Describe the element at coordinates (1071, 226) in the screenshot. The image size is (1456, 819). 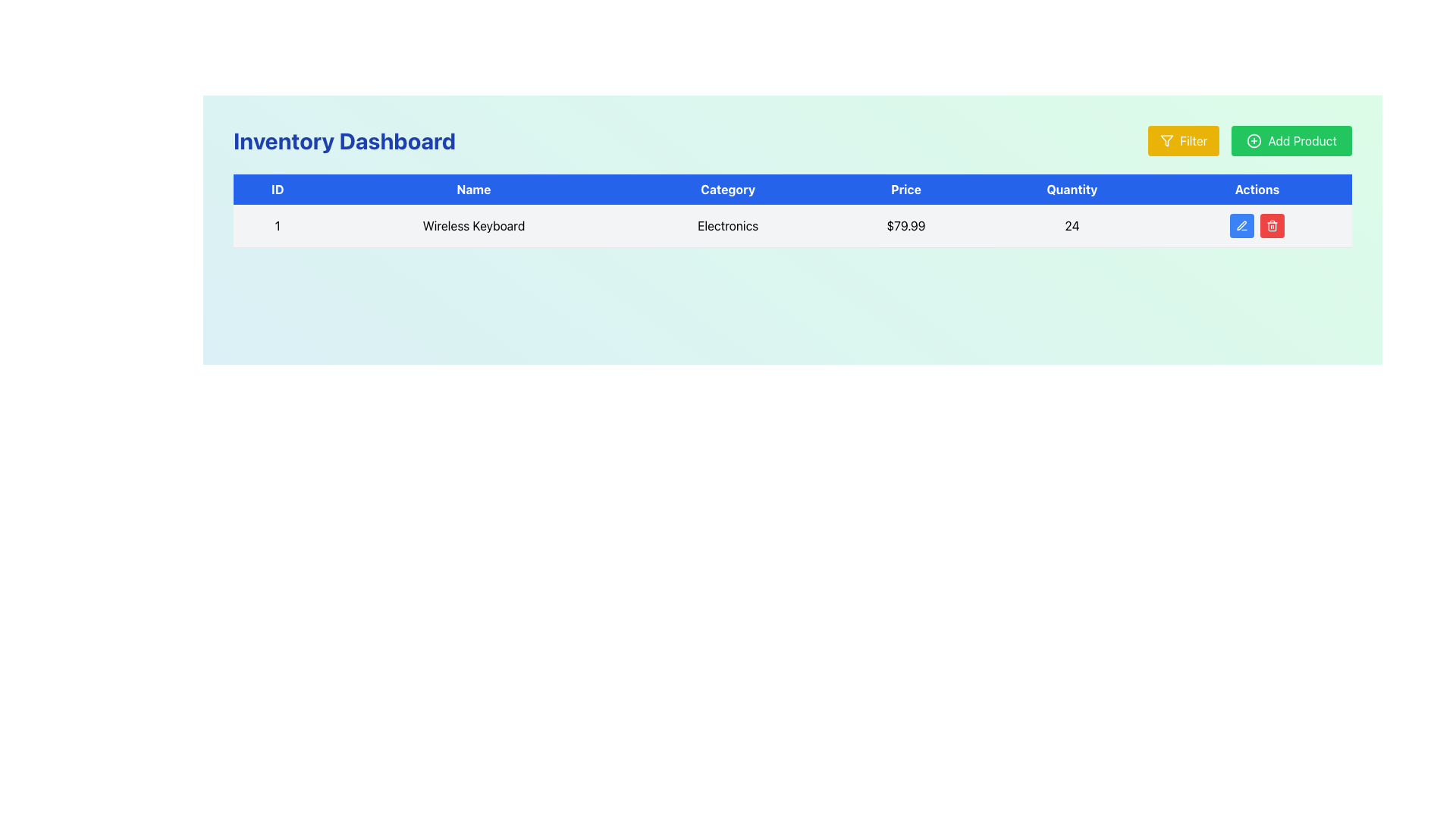
I see `the numeric label displaying '24' in the 'Quantity' column of the table for the 'Wireless Keyboard' product` at that location.